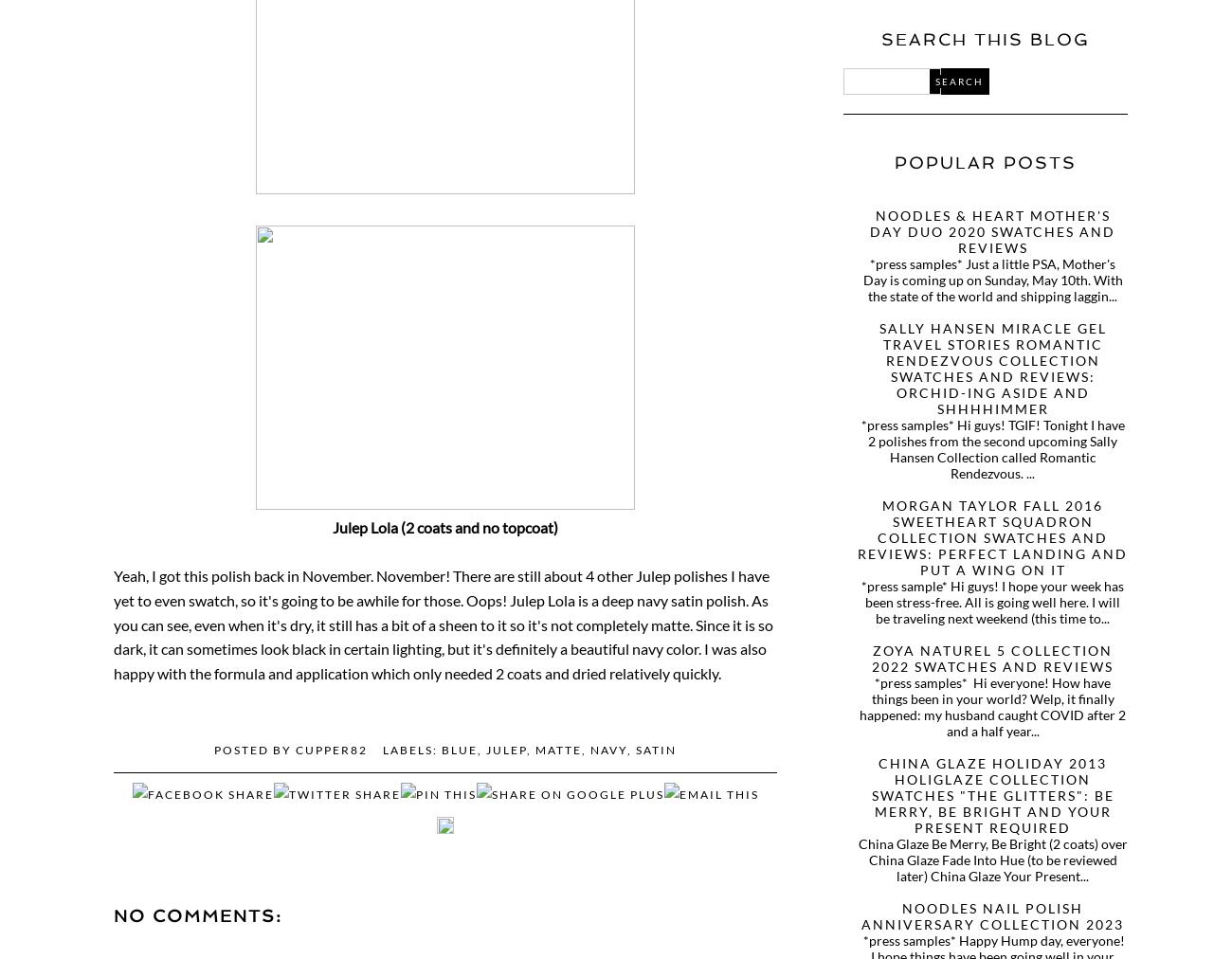  What do you see at coordinates (635, 749) in the screenshot?
I see `'satin'` at bounding box center [635, 749].